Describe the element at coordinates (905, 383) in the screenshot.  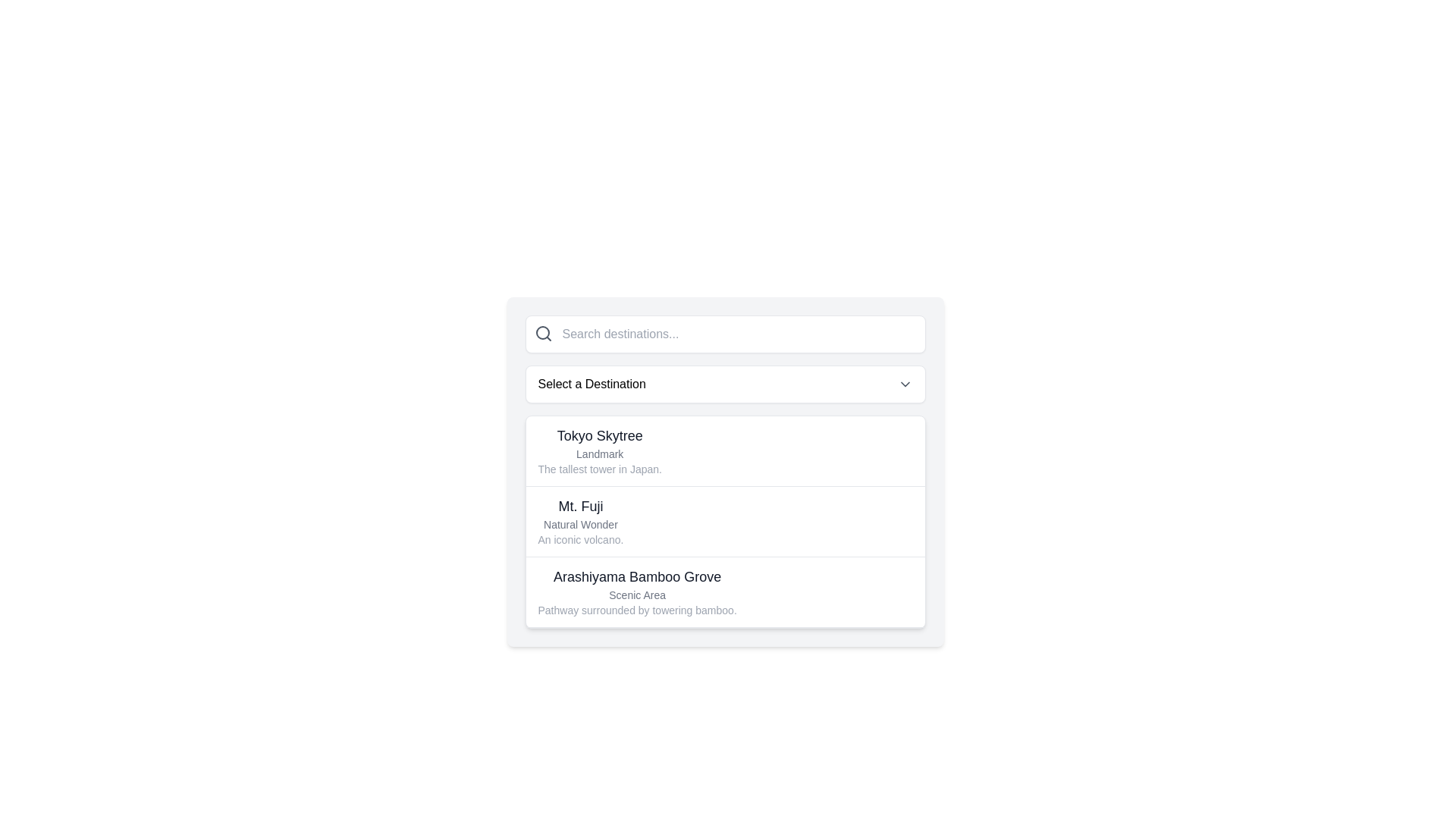
I see `the downward-facing chevron icon next to the 'Select a Destination' label` at that location.